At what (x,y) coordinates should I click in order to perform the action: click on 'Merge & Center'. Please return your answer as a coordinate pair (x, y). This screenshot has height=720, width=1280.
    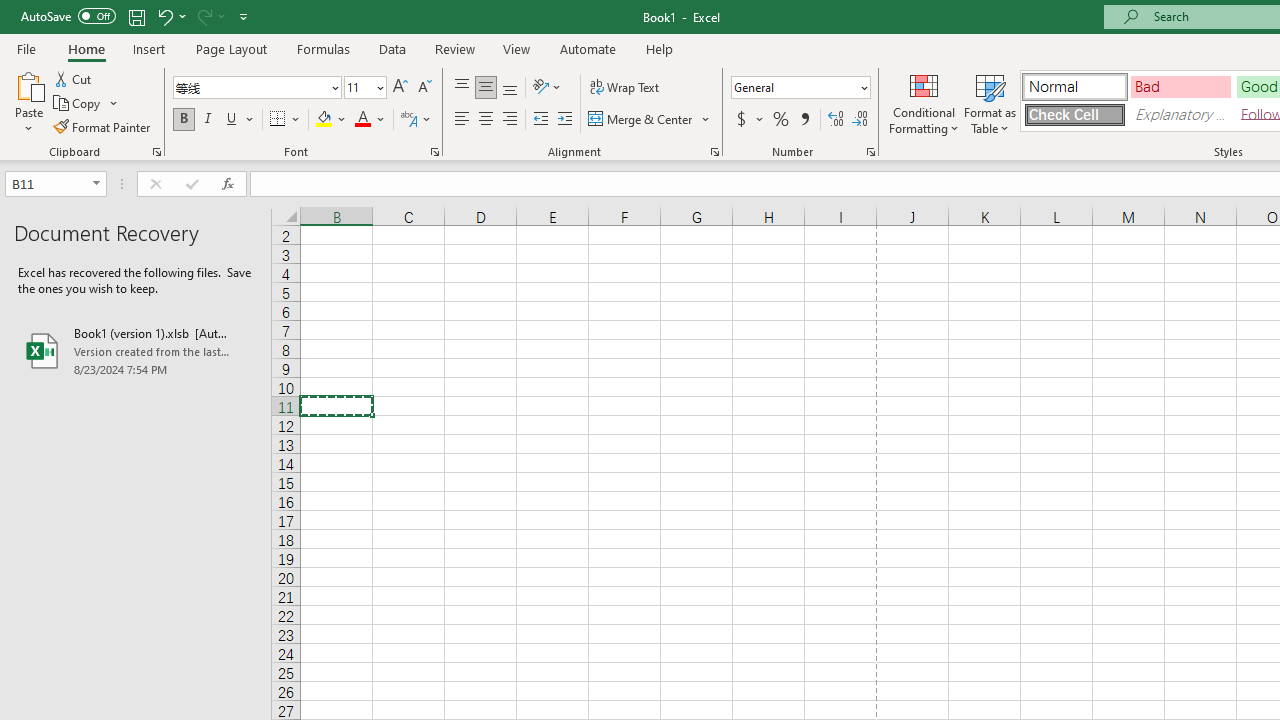
    Looking at the image, I should click on (641, 119).